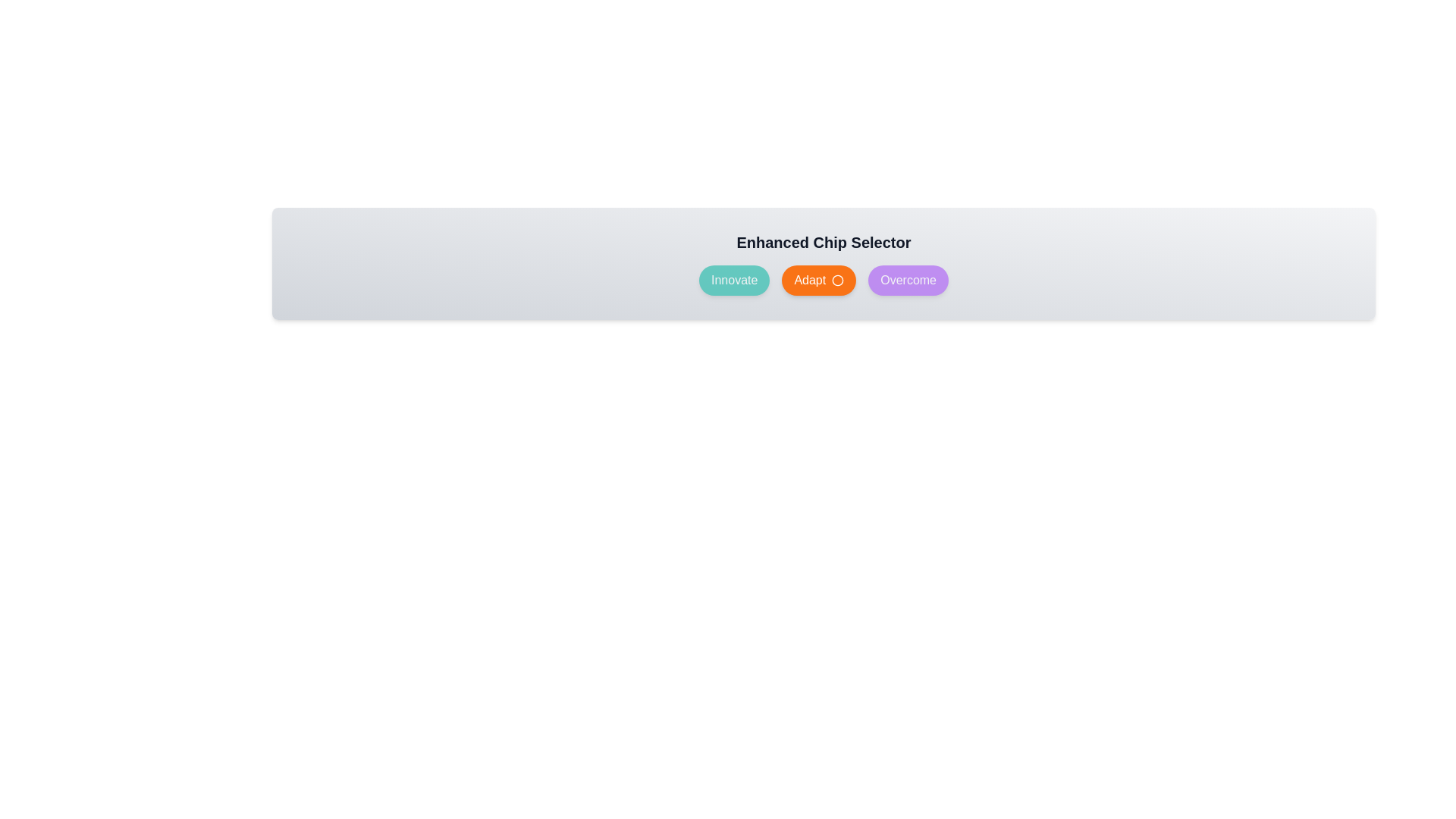 The width and height of the screenshot is (1456, 819). Describe the element at coordinates (818, 281) in the screenshot. I see `the chip labeled Adapt` at that location.